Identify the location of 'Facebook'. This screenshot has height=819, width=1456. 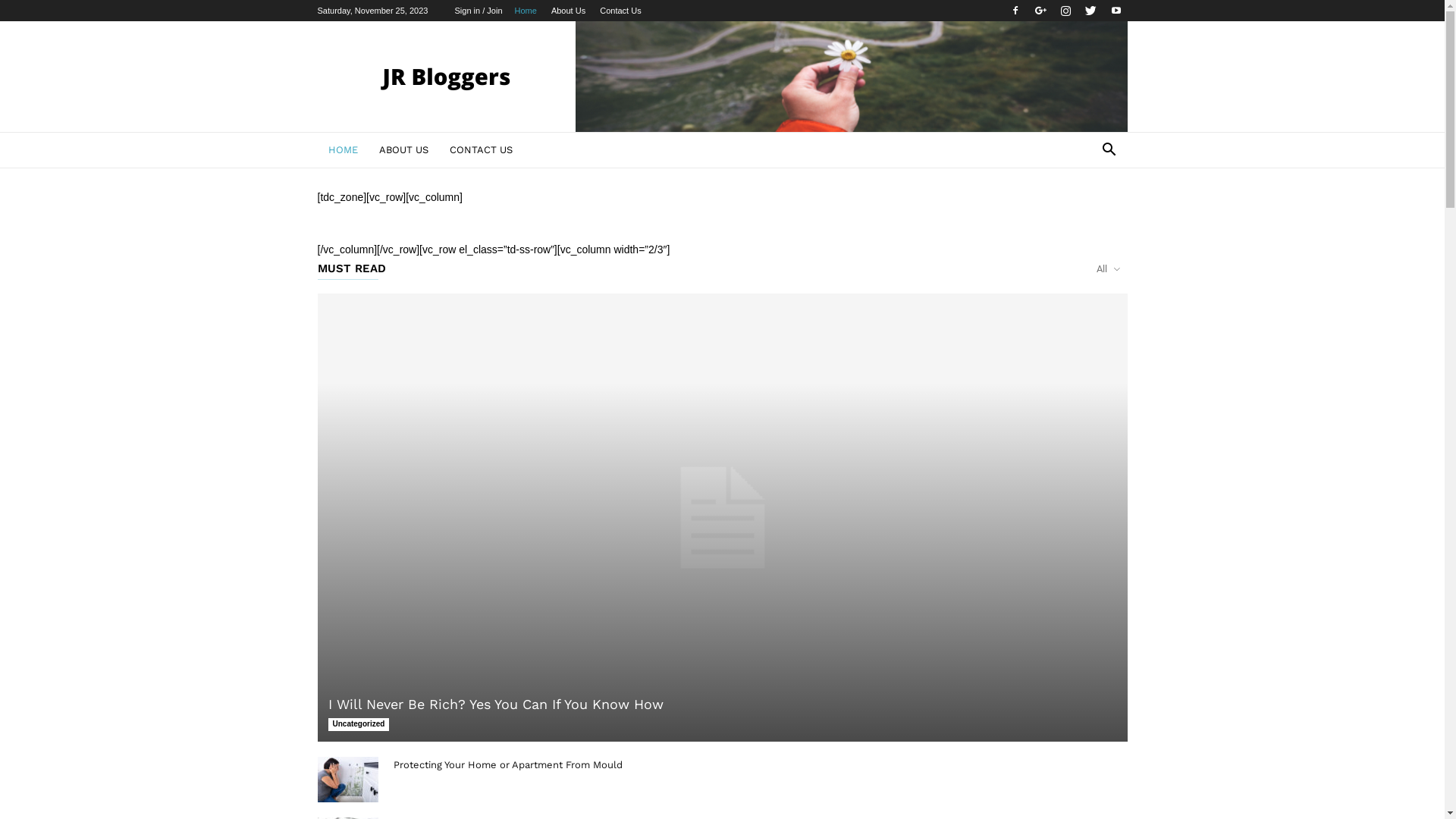
(1015, 11).